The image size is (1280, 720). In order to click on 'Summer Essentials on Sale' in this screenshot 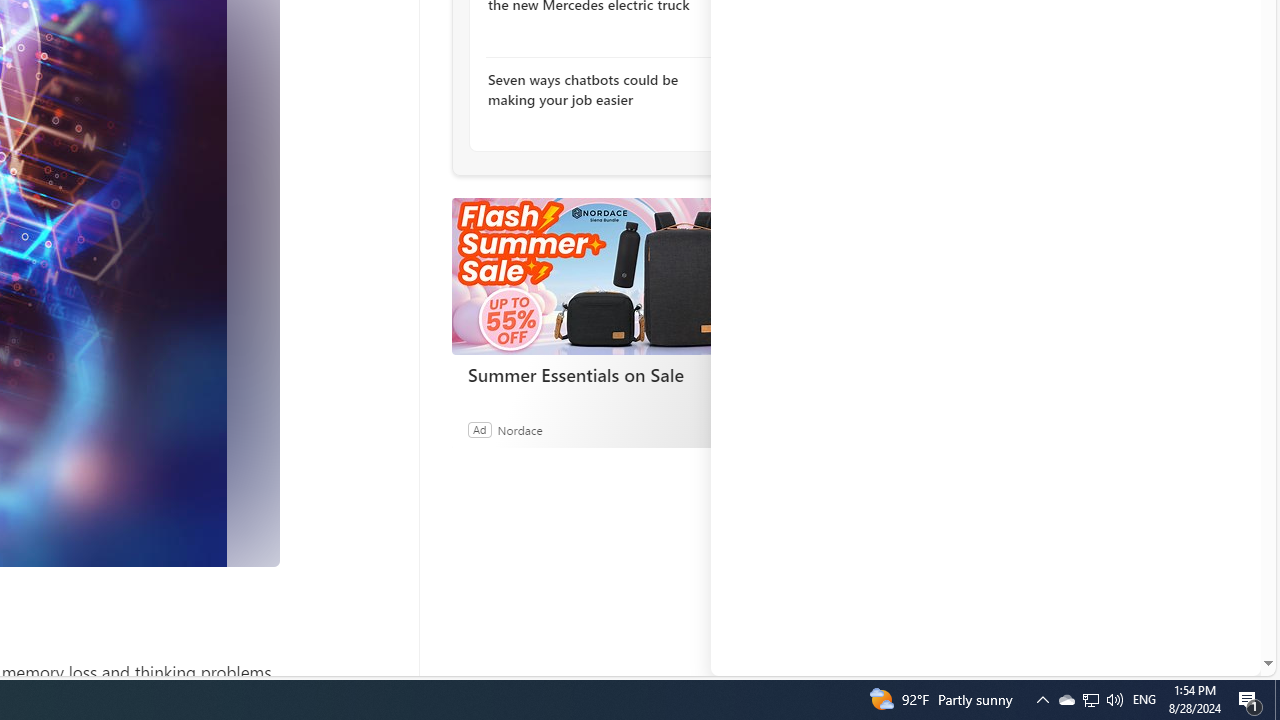, I will do `click(600, 375)`.